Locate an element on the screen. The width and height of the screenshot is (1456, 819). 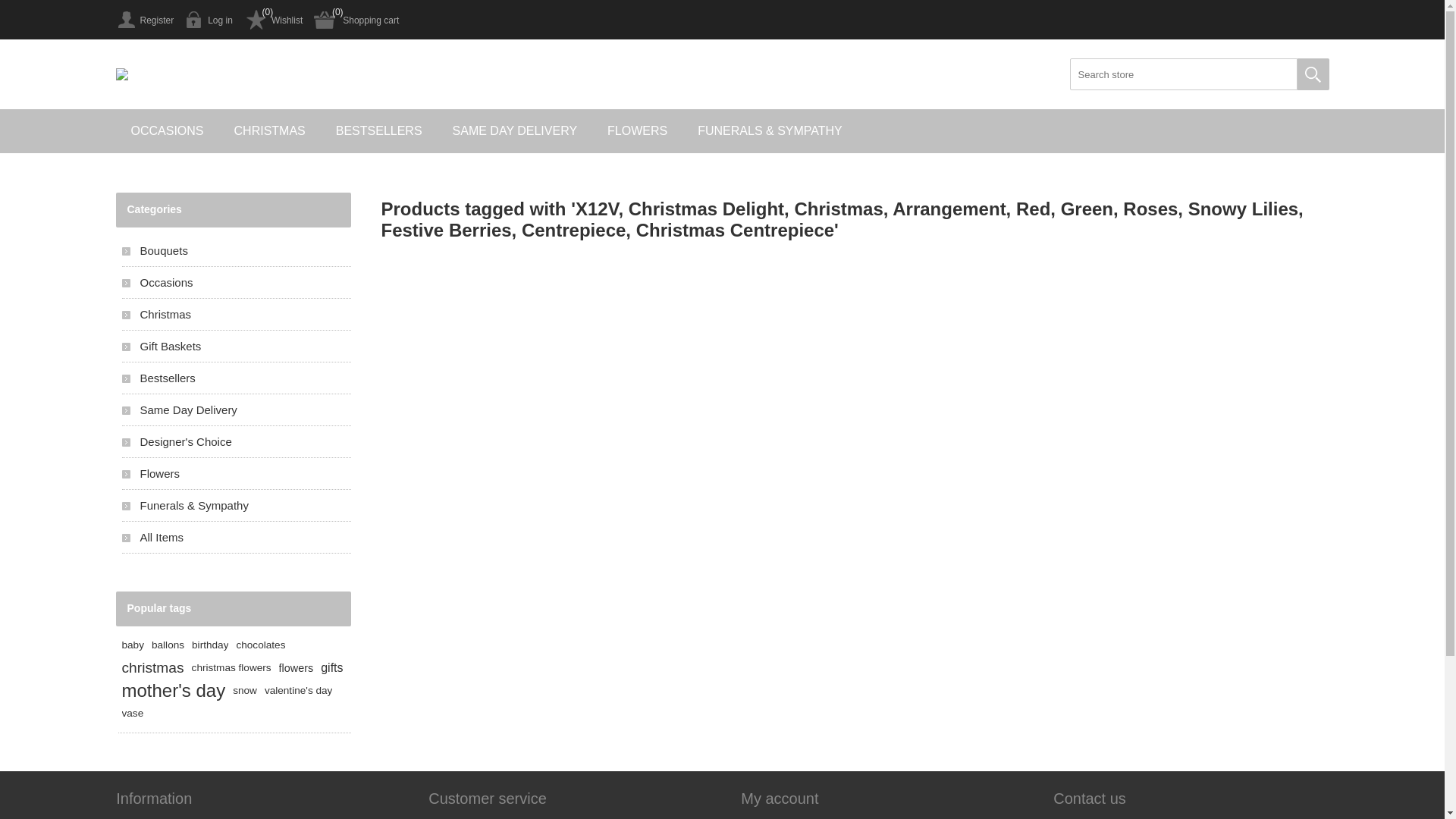
'chocolates' is located at coordinates (260, 645).